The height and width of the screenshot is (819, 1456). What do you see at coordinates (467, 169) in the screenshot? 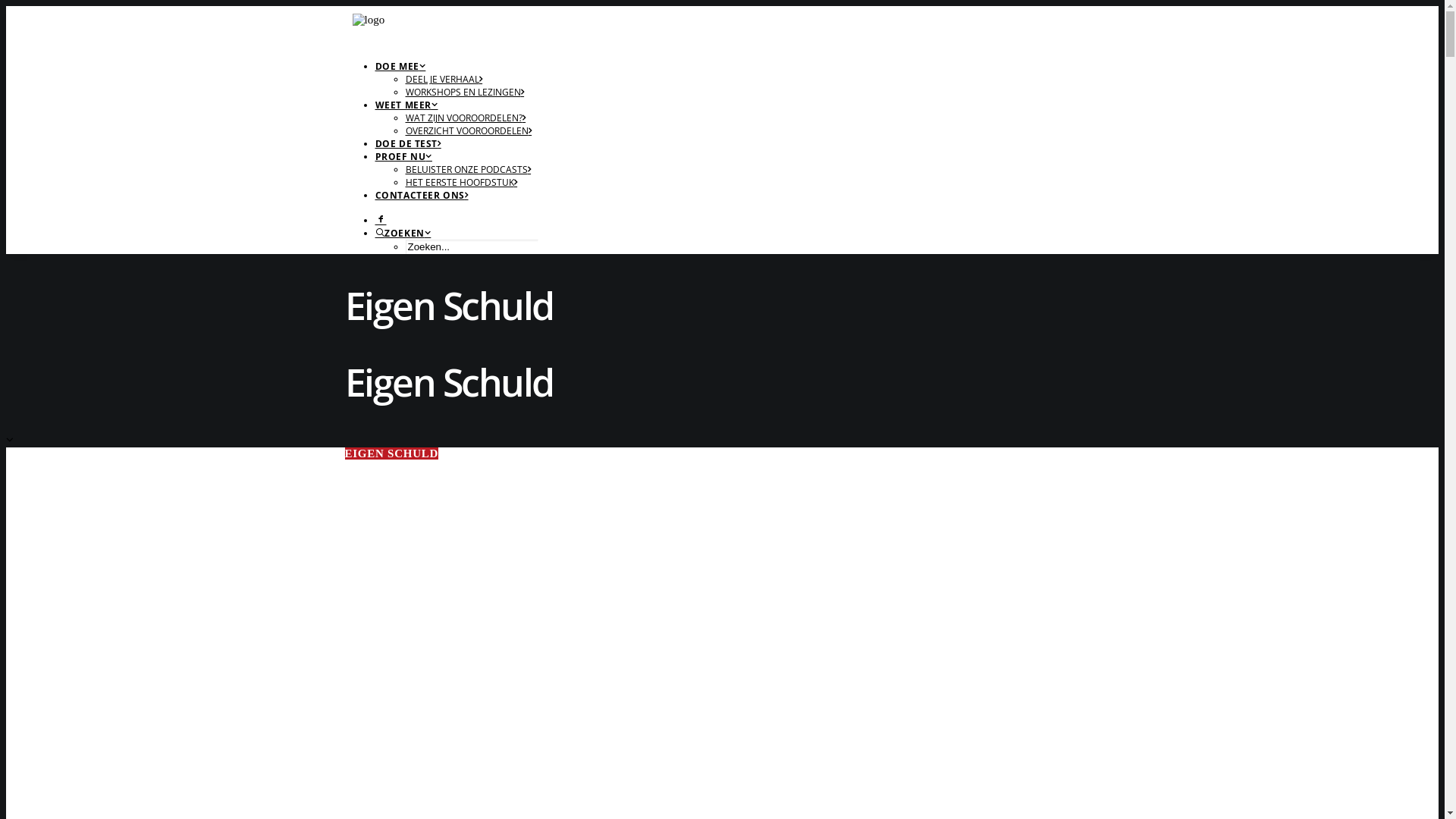
I see `'BELUISTER ONZE PODCASTS'` at bounding box center [467, 169].